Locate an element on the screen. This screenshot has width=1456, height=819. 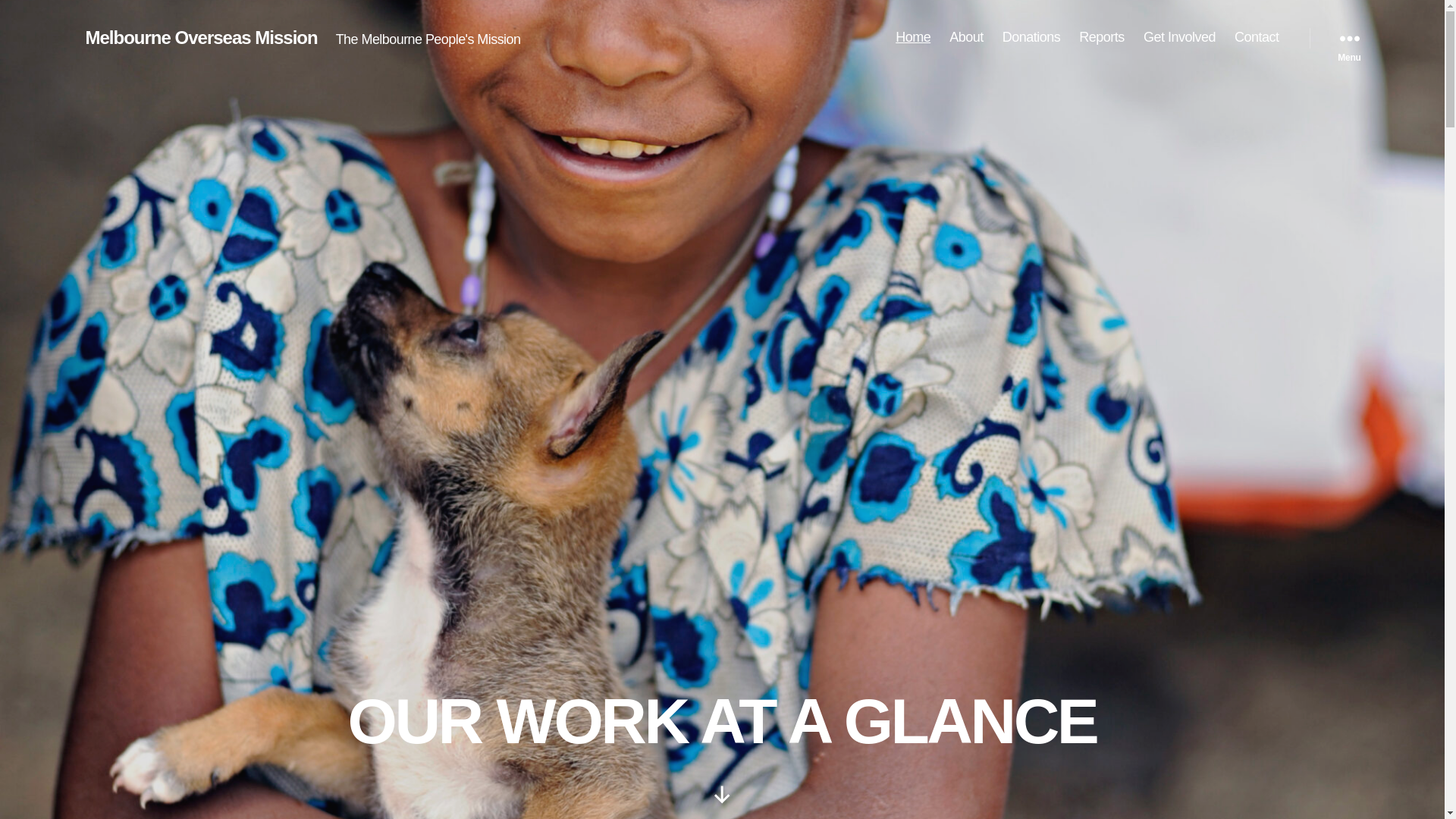
'Menu' is located at coordinates (1349, 37).